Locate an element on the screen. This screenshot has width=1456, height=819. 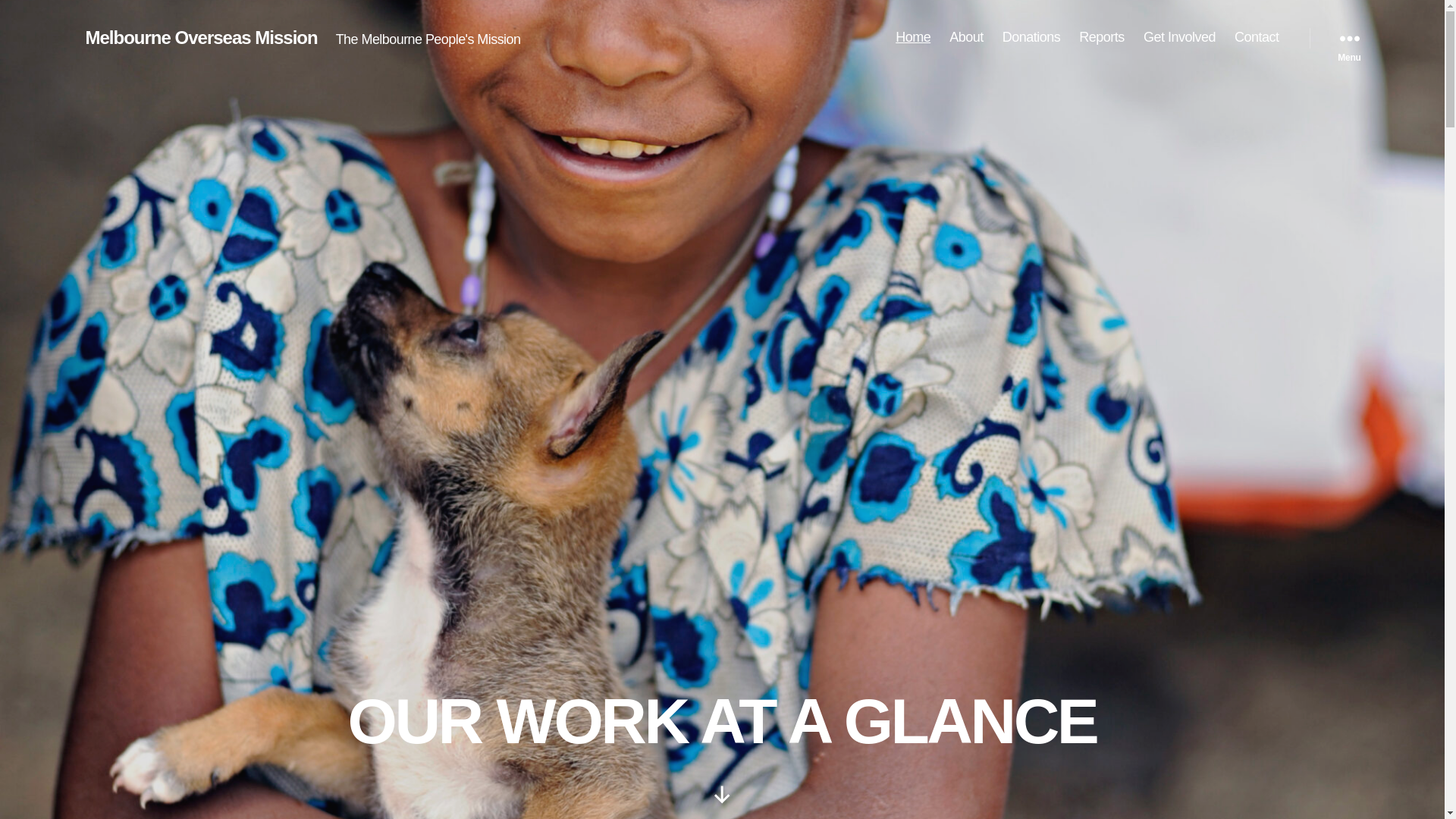
'Menu' is located at coordinates (1349, 37).